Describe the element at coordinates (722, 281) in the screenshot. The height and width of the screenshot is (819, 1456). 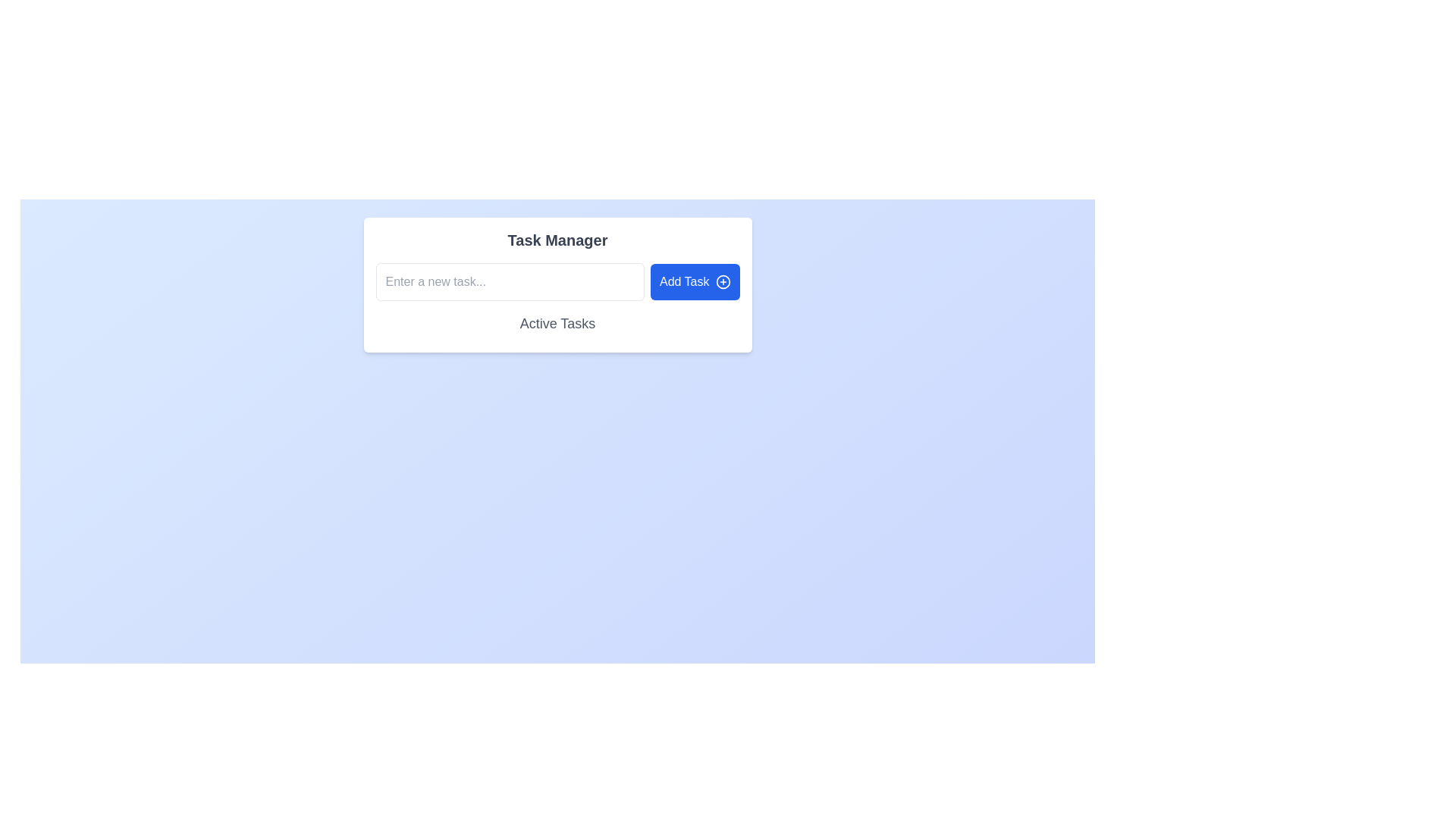
I see `the visual design of the circular plus icon inside the blue button labeled 'Add Task', located to the right of the text 'Add Task' within the Task Manager card` at that location.